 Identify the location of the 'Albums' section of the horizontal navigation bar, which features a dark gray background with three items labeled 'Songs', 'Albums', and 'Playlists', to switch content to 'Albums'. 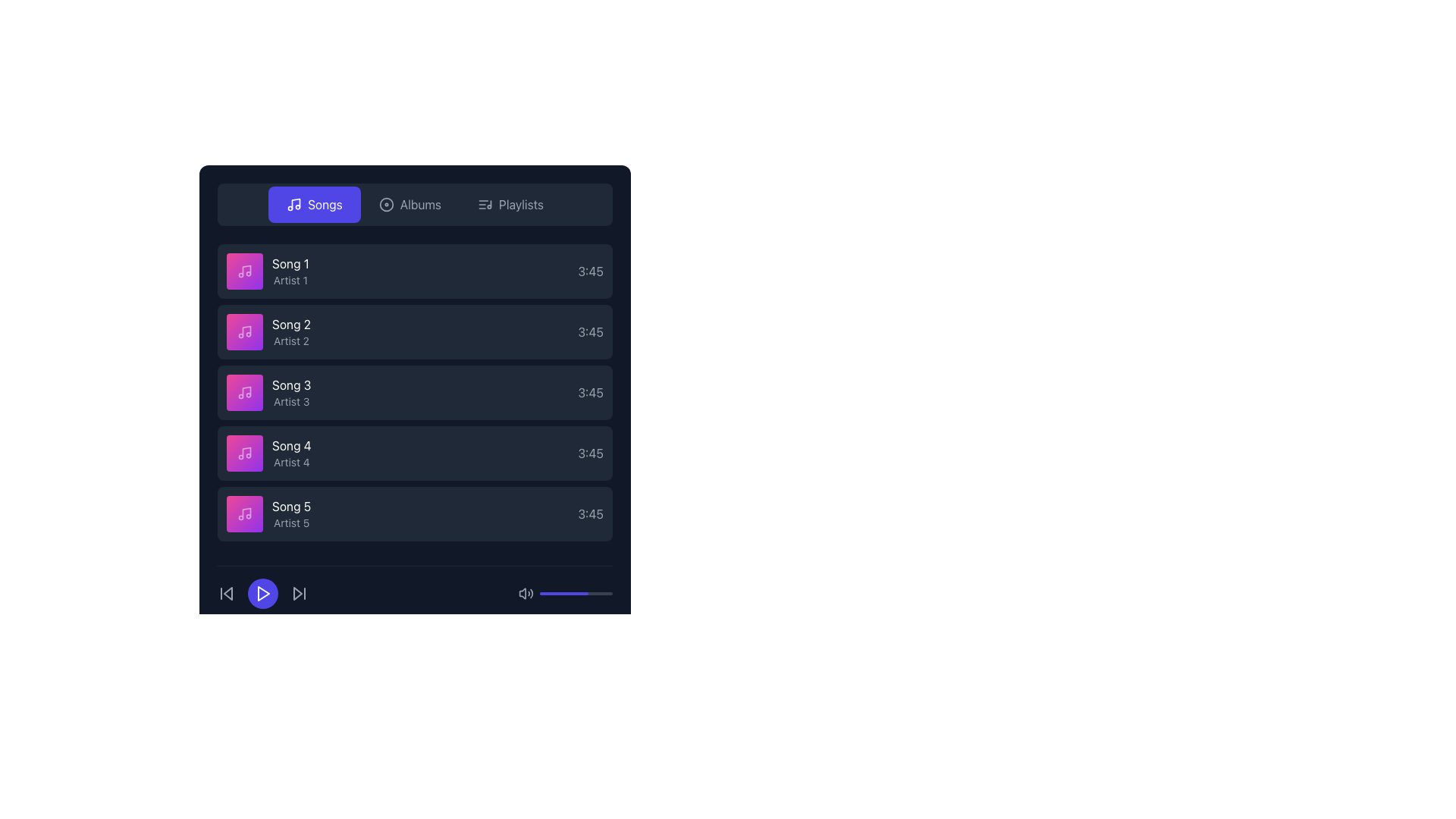
(415, 205).